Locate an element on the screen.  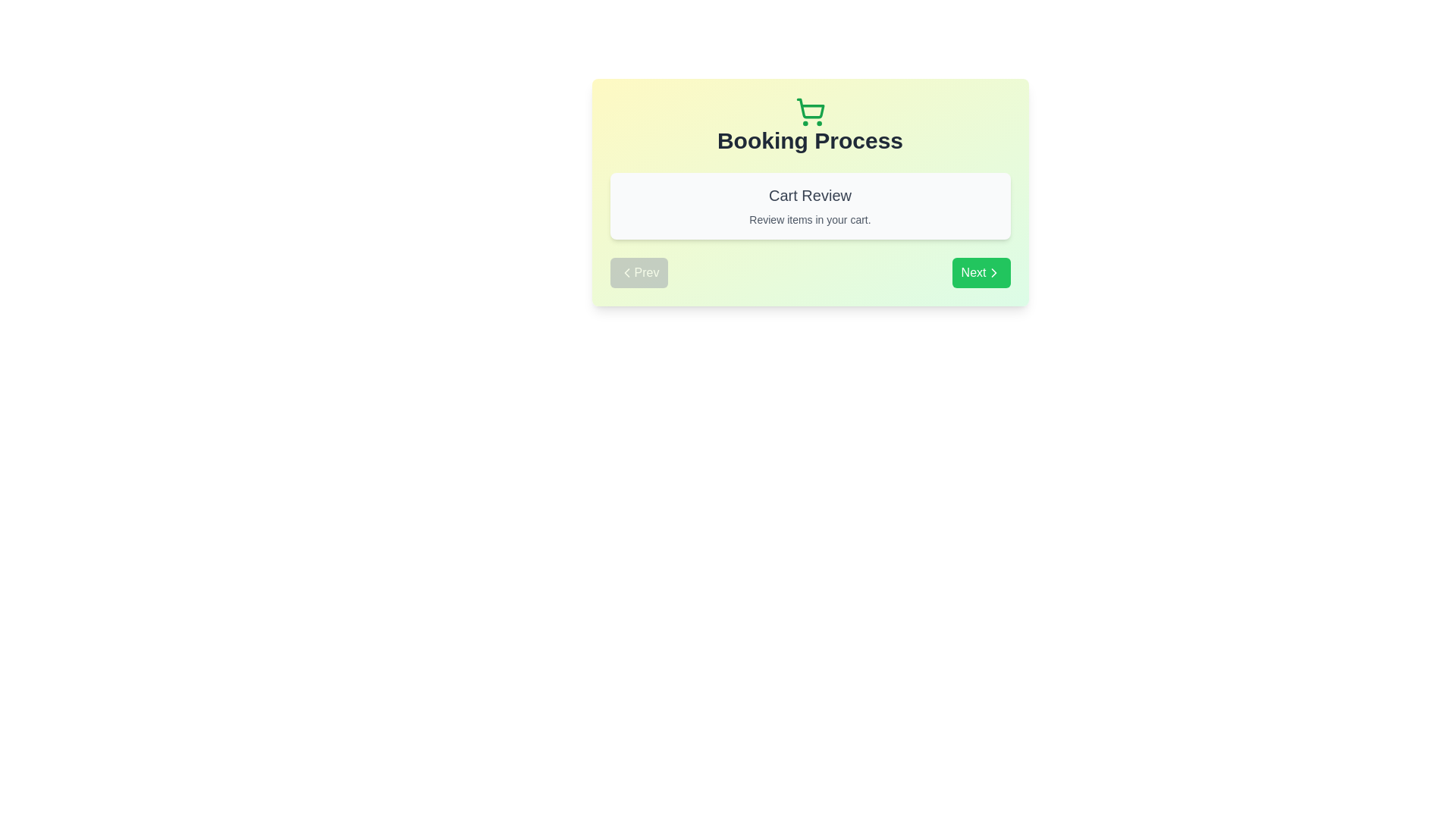
the Heading element that indicates the current step in the booking process, which is located below a shopping cart icon and above the 'Cart Review' section is located at coordinates (809, 124).